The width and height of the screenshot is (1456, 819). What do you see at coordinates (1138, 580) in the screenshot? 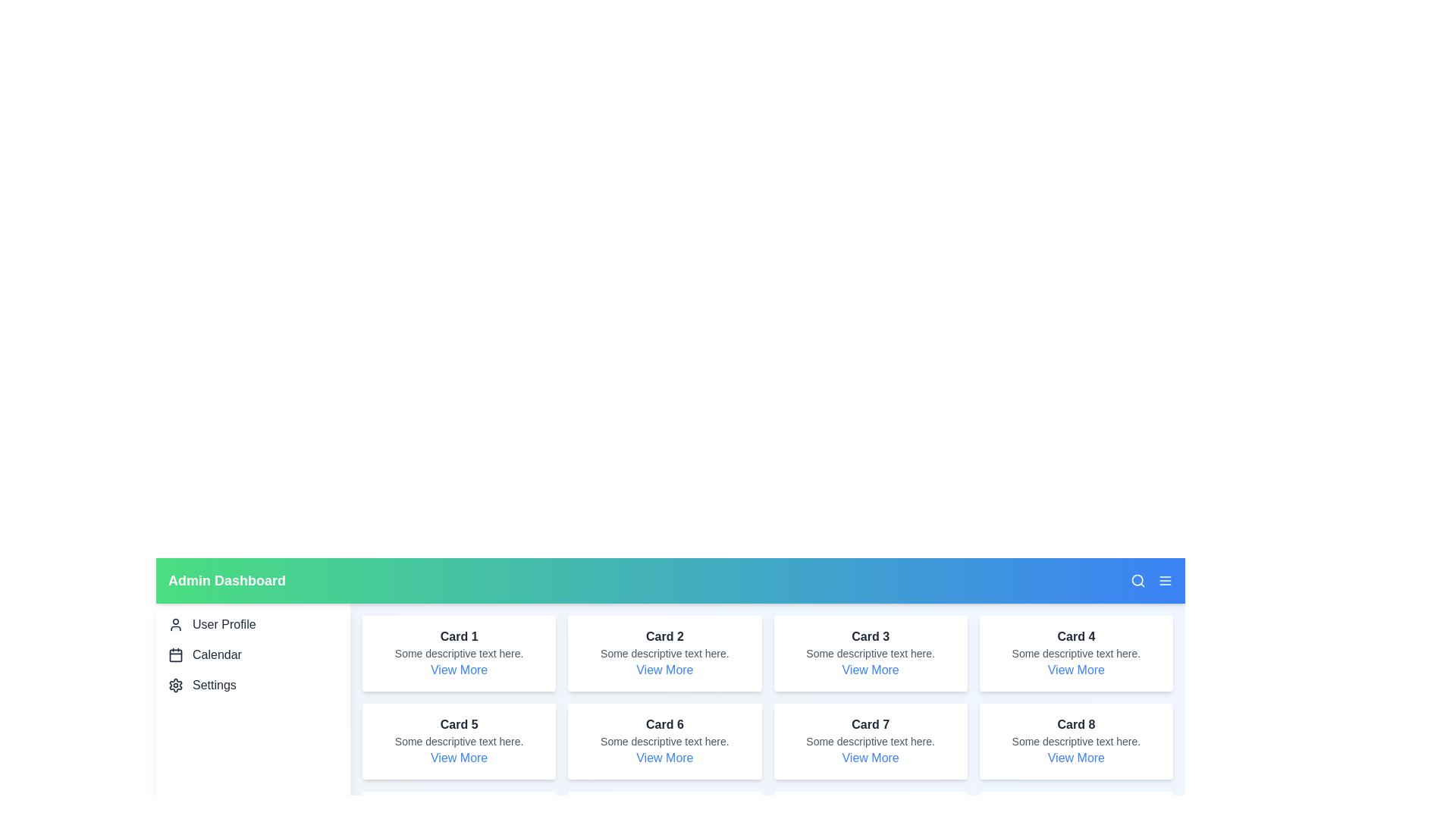
I see `the search button located at the top-right corner of the app bar` at bounding box center [1138, 580].